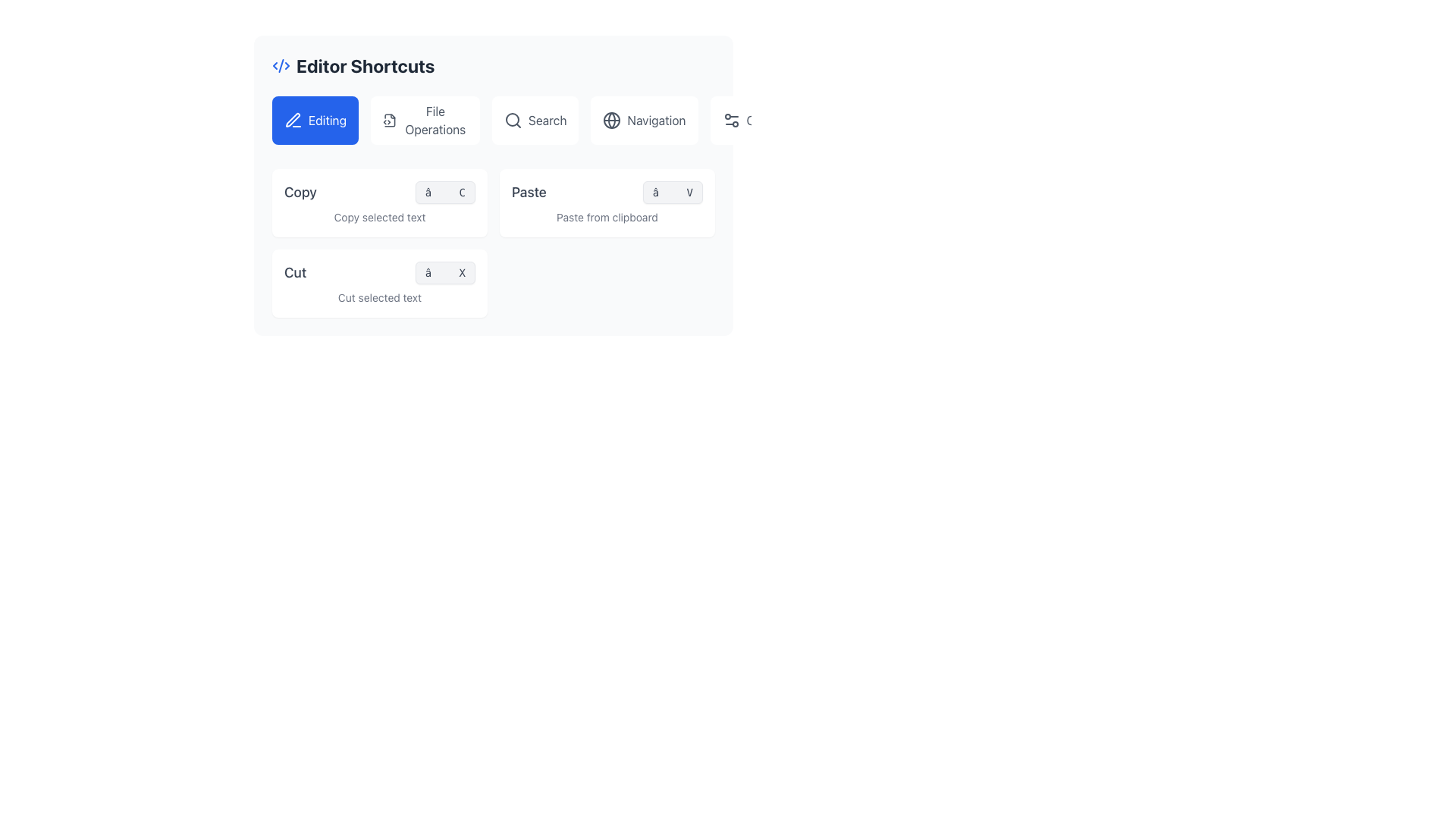  What do you see at coordinates (315, 119) in the screenshot?
I see `the blue rectangular button with a white pen icon and 'Editing' label` at bounding box center [315, 119].